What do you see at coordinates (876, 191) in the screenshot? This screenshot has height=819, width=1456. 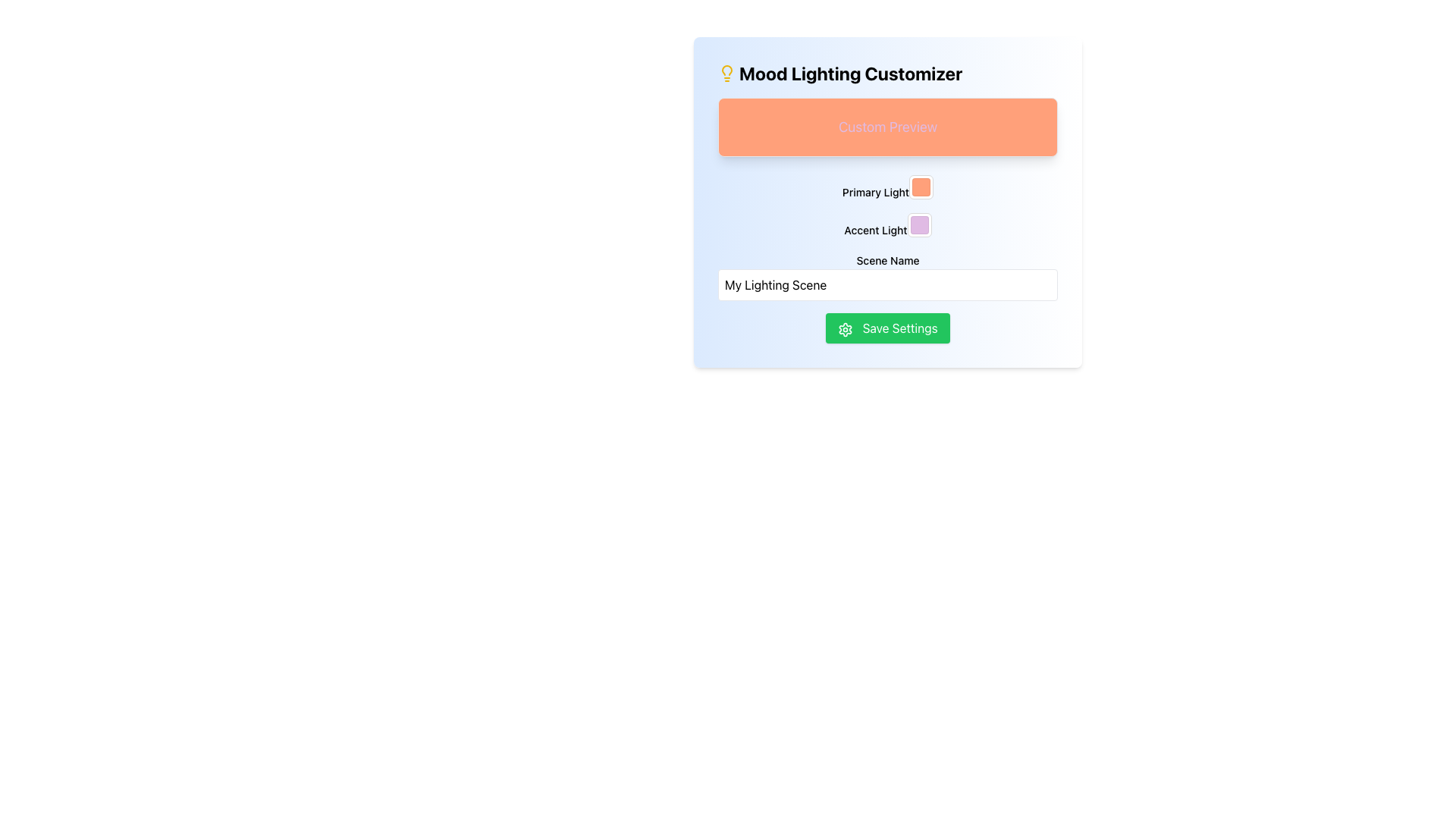 I see `the textual label 'Primary Light', which is styled in a small font size and medium weight, located centrally under the 'Custom Preview' header` at bounding box center [876, 191].